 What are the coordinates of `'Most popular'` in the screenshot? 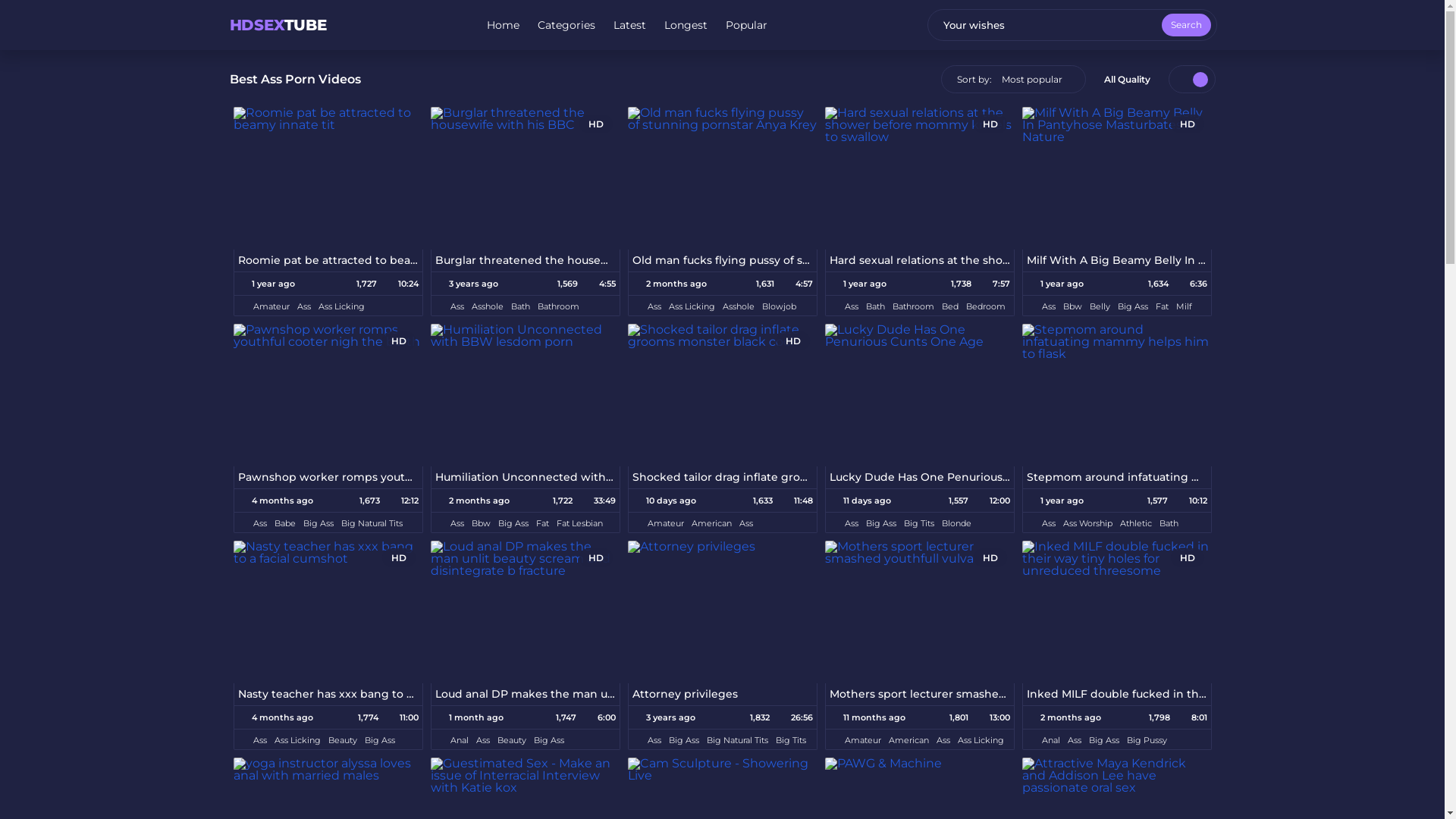 It's located at (1031, 79).